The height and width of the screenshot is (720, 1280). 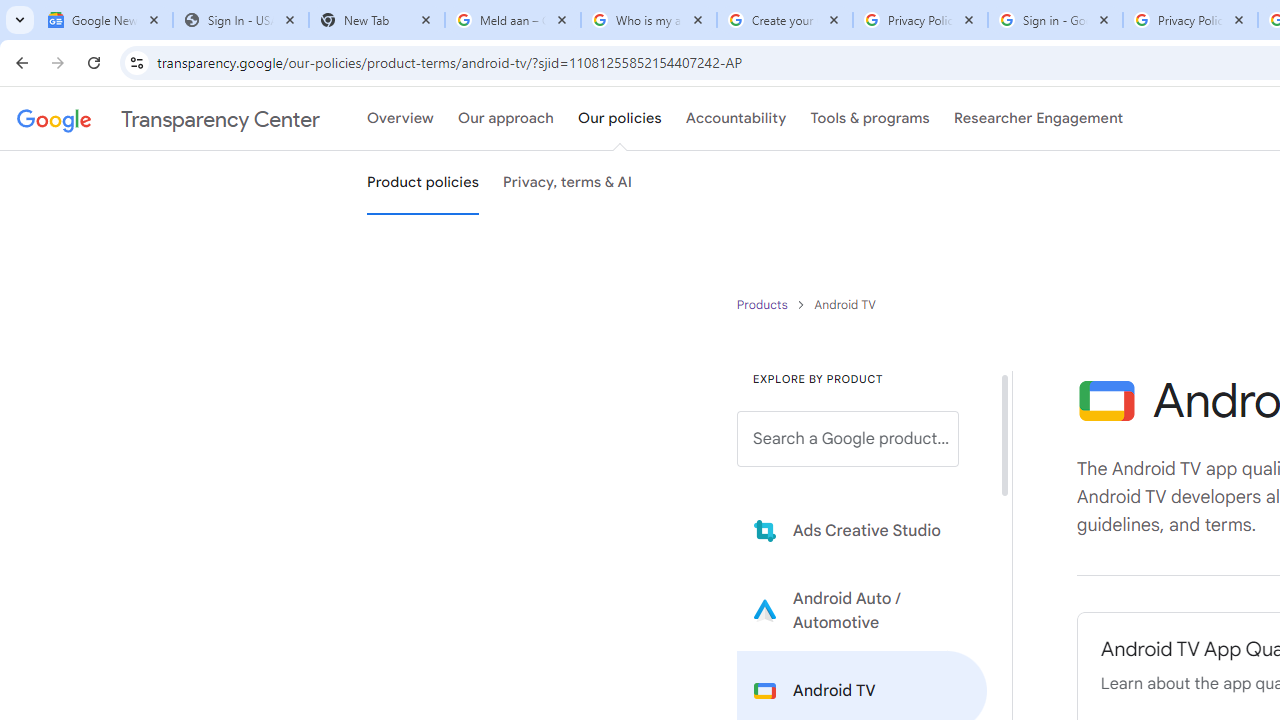 I want to click on 'Sign in - Google Accounts', so click(x=1054, y=20).